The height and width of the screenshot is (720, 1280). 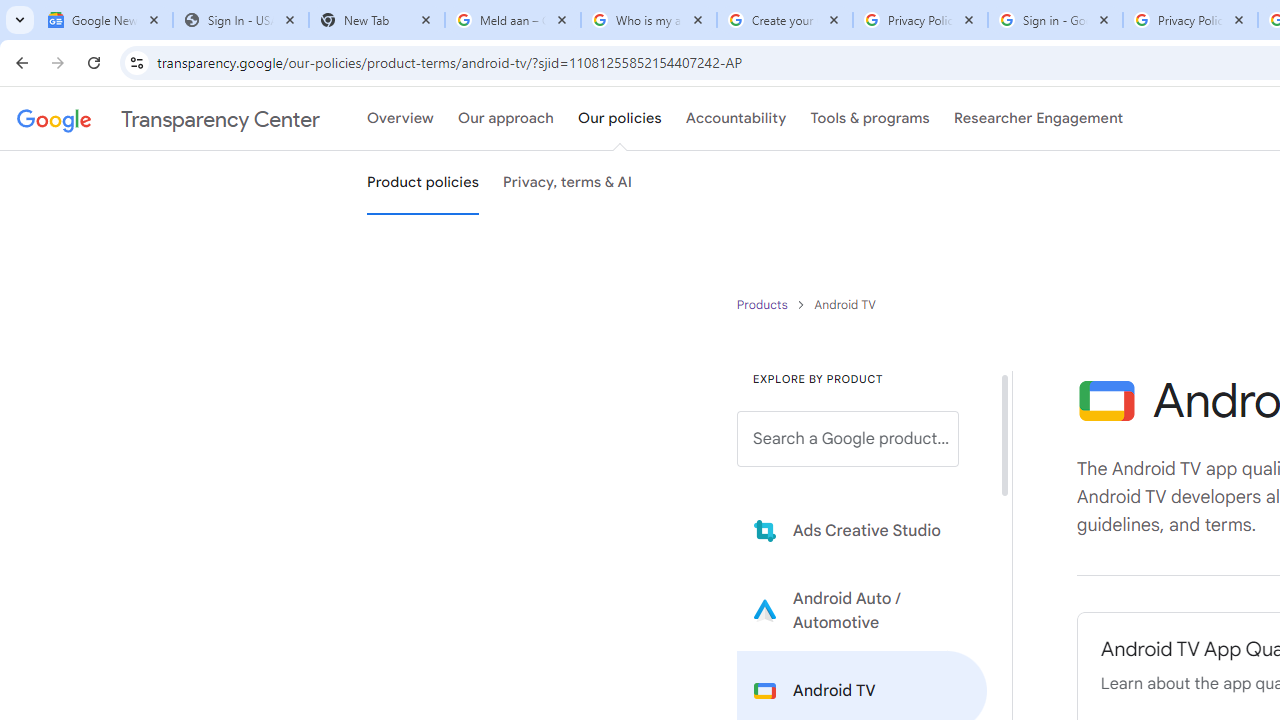 I want to click on 'Sign in - Google Accounts', so click(x=1054, y=20).